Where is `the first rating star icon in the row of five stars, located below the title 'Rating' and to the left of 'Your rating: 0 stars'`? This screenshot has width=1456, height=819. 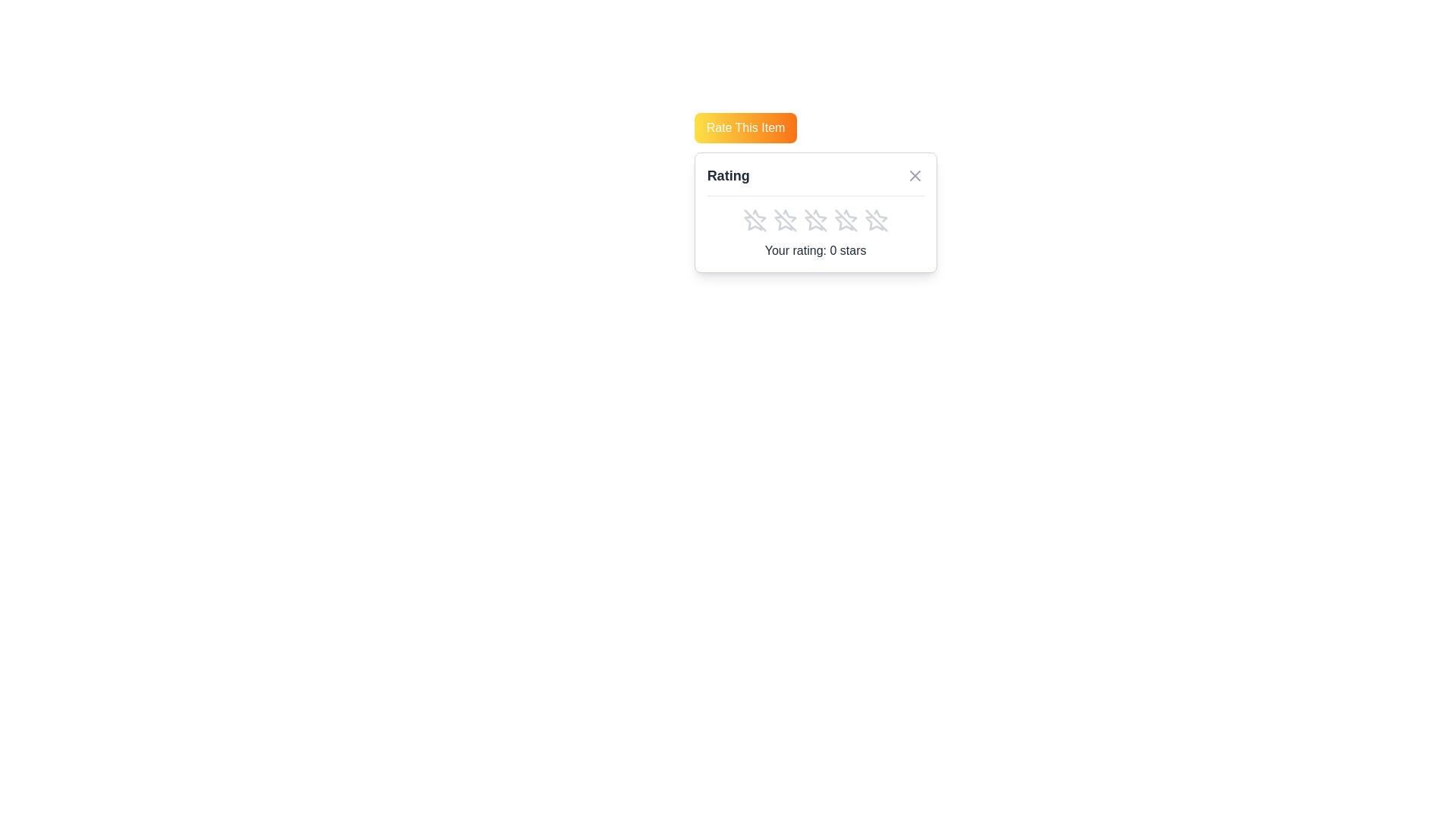 the first rating star icon in the row of five stars, located below the title 'Rating' and to the left of 'Your rating: 0 stars' is located at coordinates (755, 220).